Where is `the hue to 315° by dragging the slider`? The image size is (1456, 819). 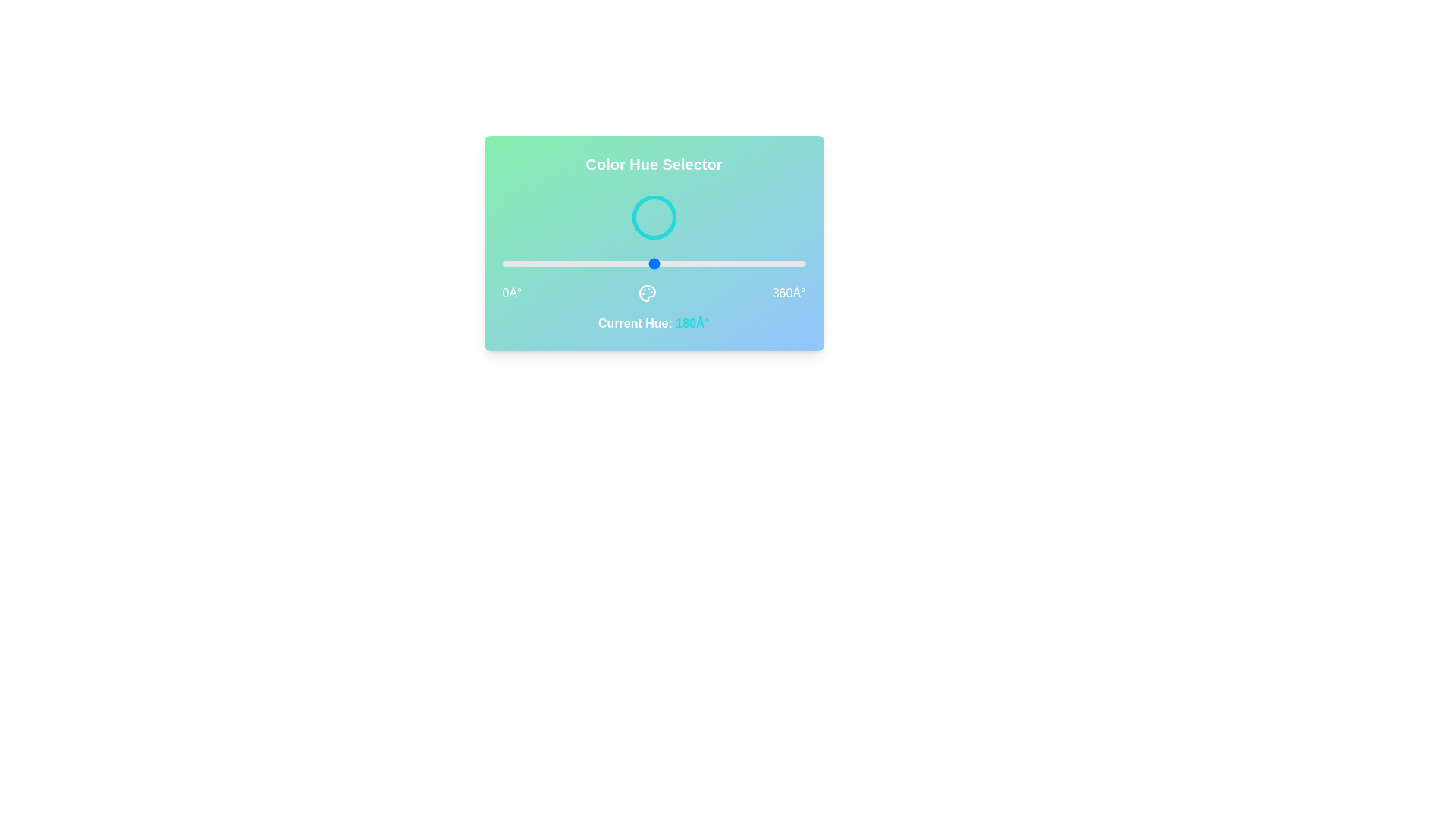 the hue to 315° by dragging the slider is located at coordinates (767, 262).